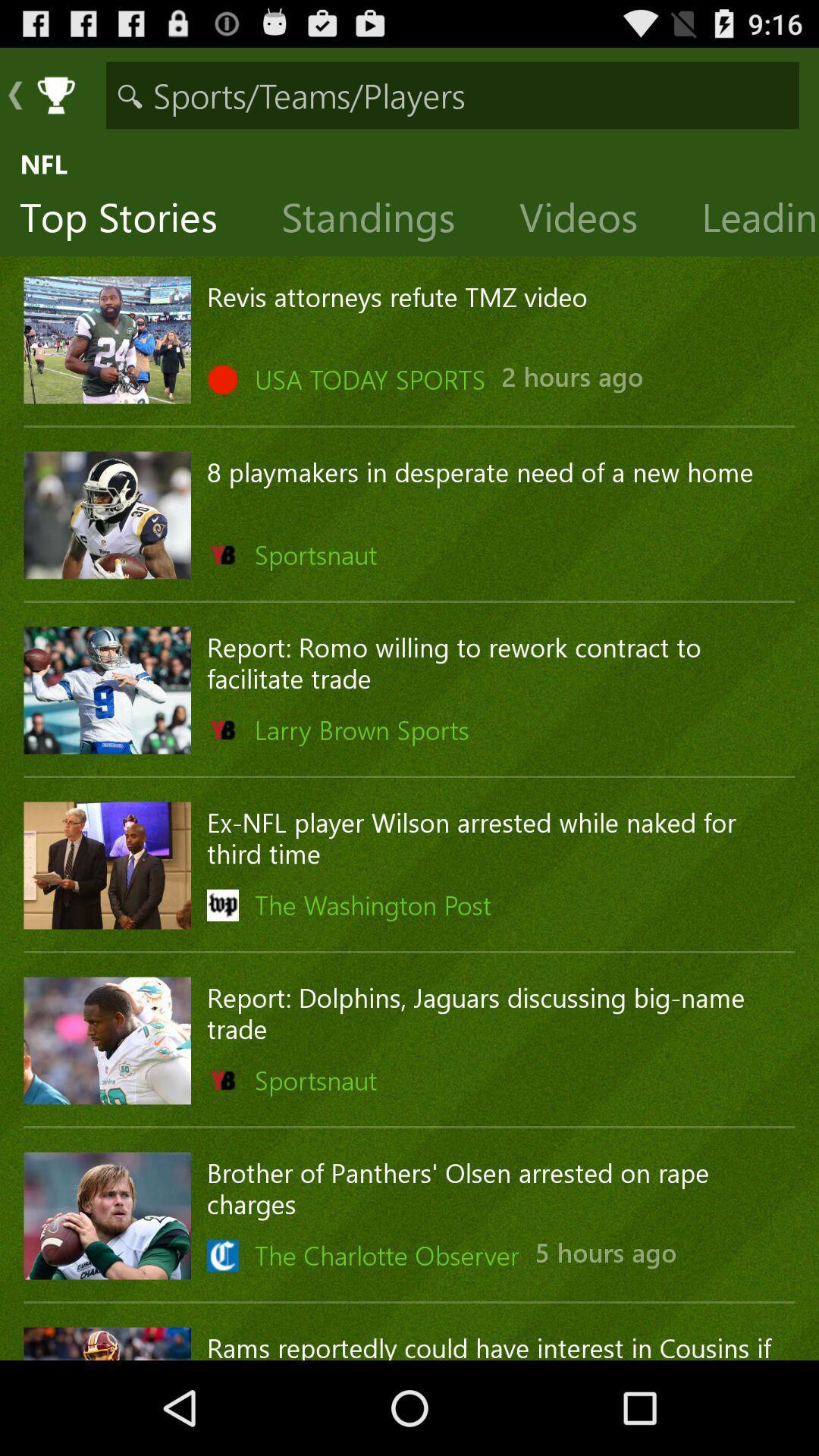 The image size is (819, 1456). What do you see at coordinates (452, 94) in the screenshot?
I see `search it` at bounding box center [452, 94].